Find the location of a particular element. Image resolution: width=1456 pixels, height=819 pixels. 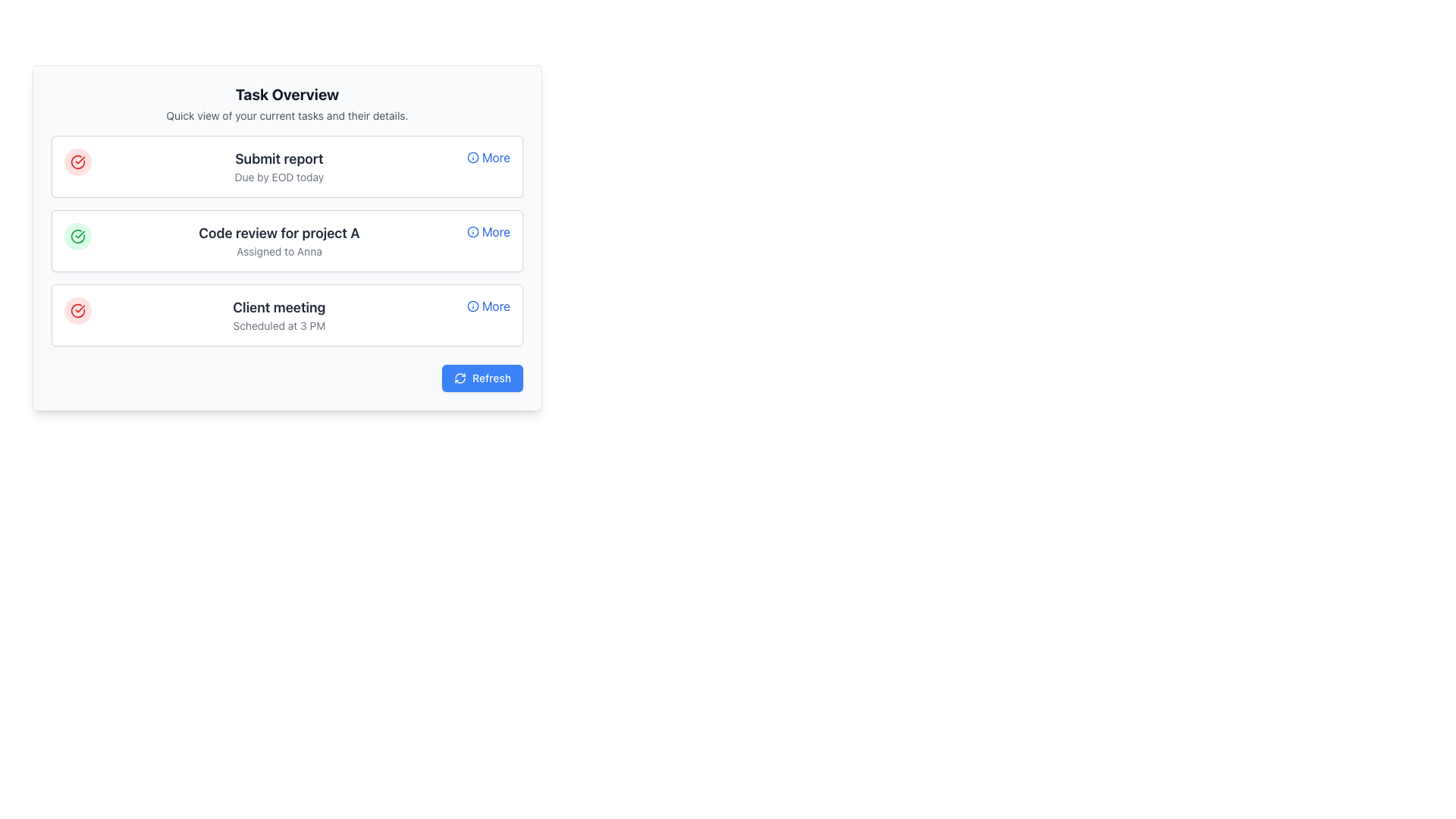

the 'More' text link, which is styled with blue text and is the rightmost item in the third list entry under the 'Client meeting' task is located at coordinates (496, 306).